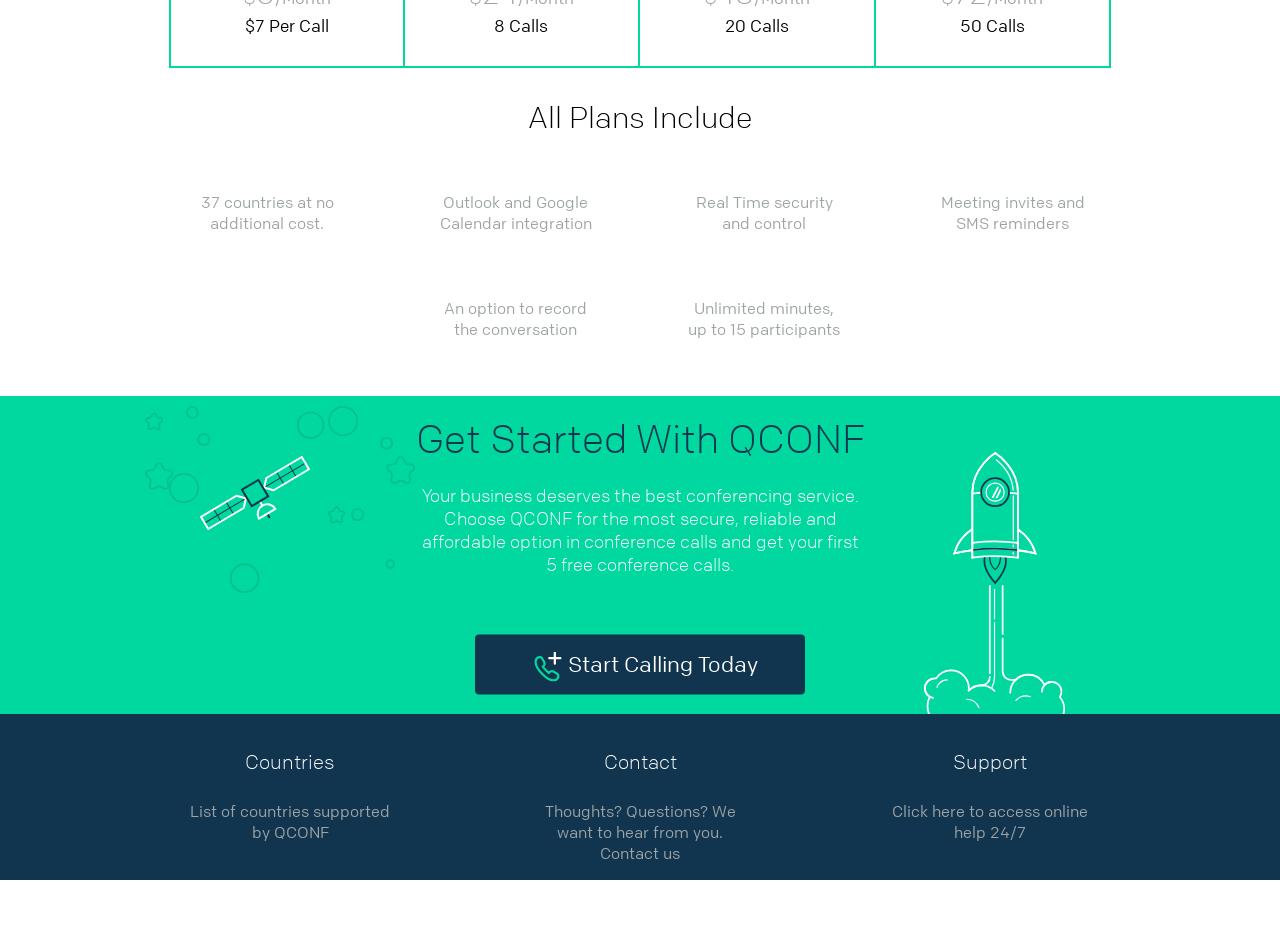  I want to click on 'Outlook and Google Calendar integration', so click(514, 213).